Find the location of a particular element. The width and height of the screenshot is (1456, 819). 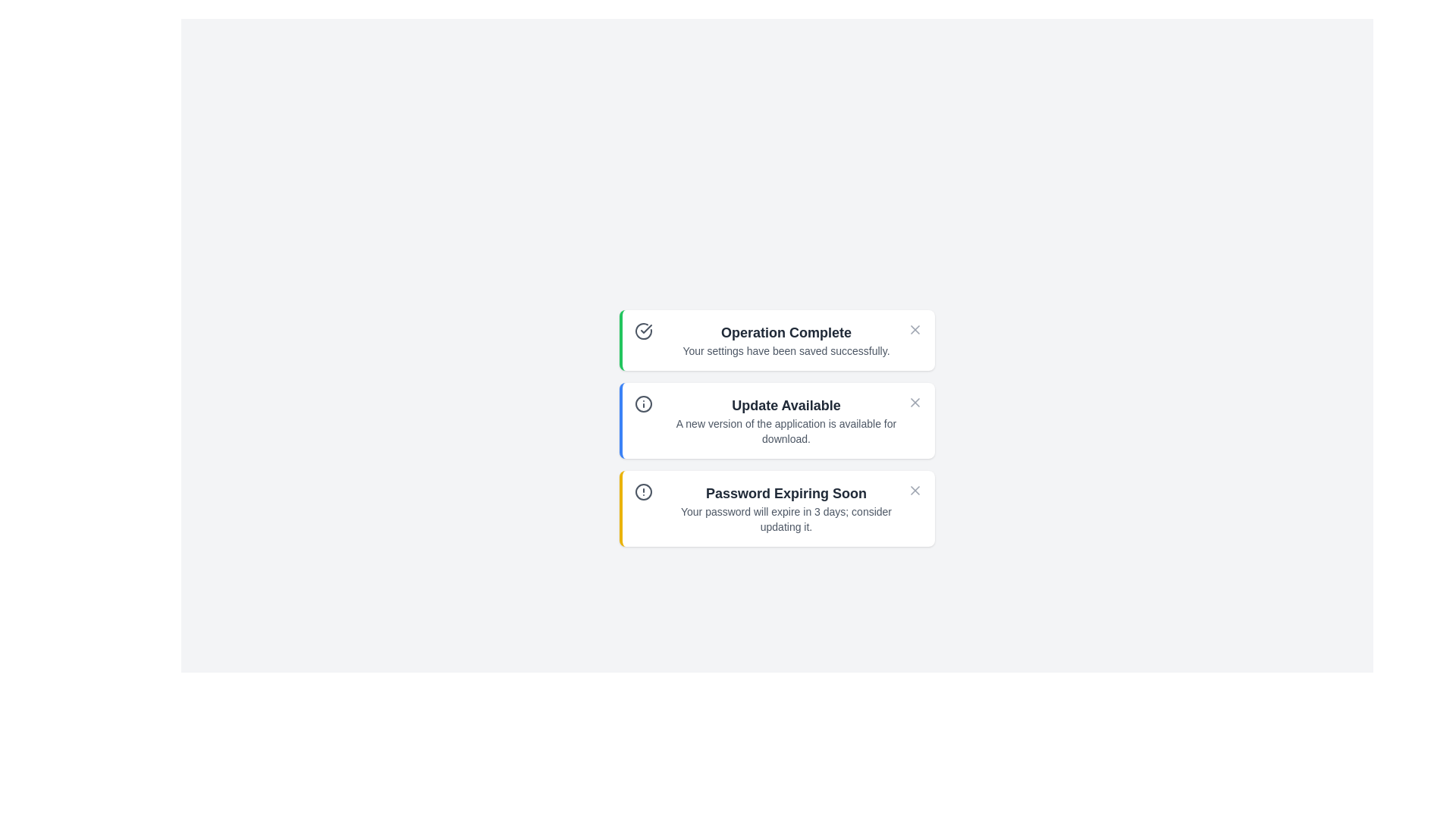

the circular checkmark icon located within the 'Operation Complete' notification card, positioned to the left of the text content is located at coordinates (644, 330).